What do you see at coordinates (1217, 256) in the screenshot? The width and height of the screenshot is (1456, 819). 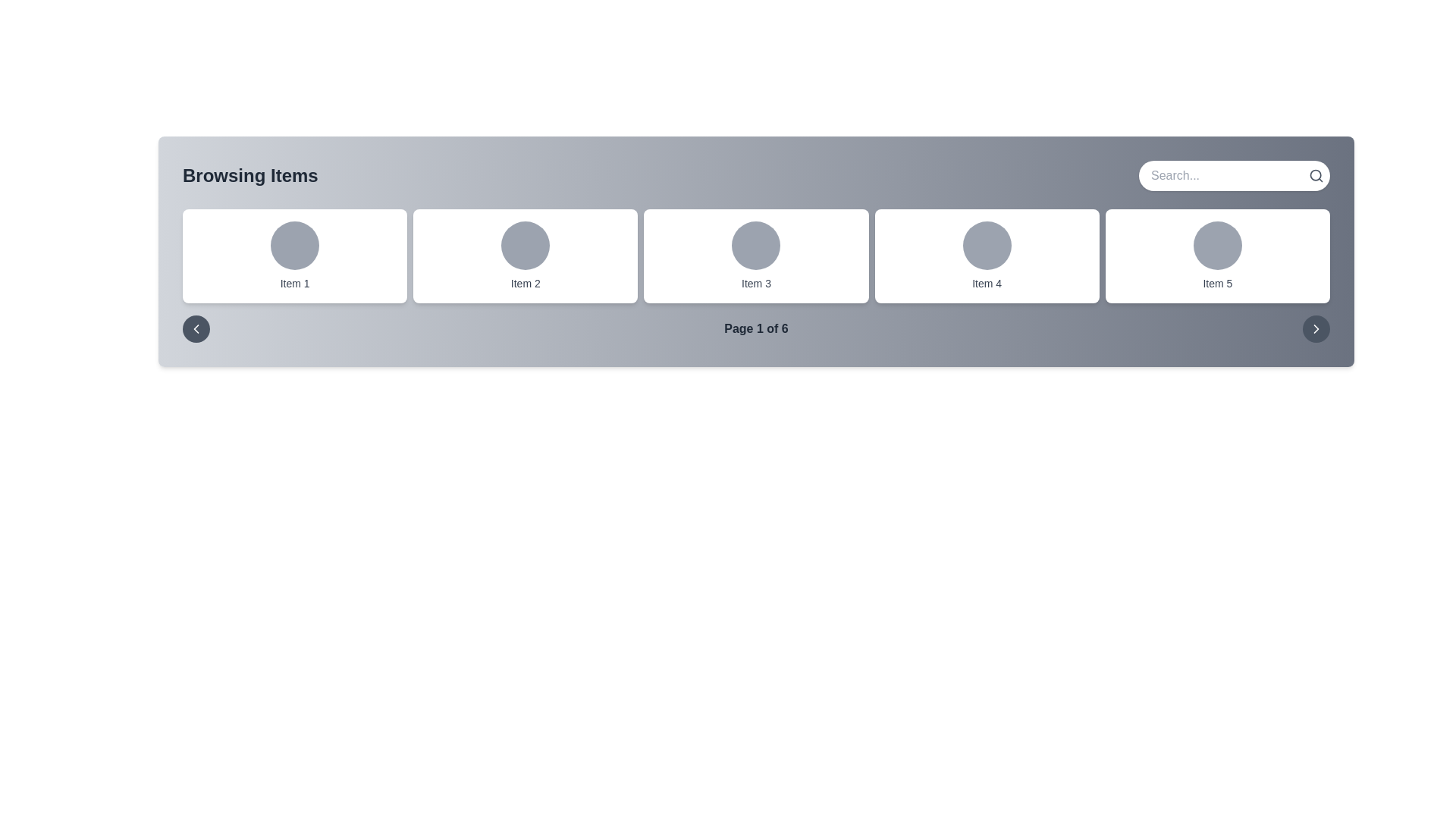 I see `the fifth card representing 'Item 5' in the grid layout` at bounding box center [1217, 256].